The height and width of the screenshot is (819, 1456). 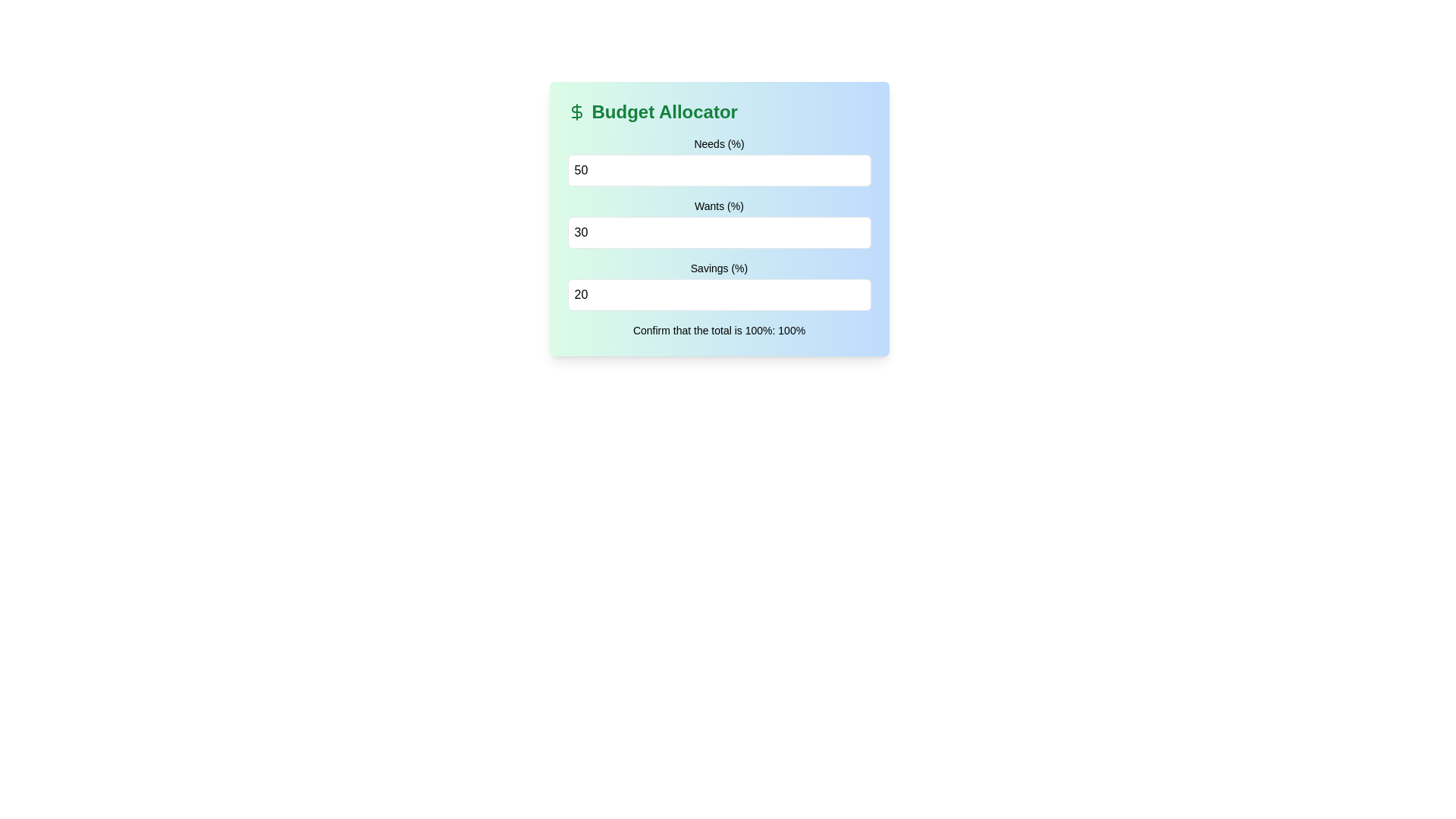 What do you see at coordinates (718, 170) in the screenshot?
I see `the 'Needs (%)' number input field for editing` at bounding box center [718, 170].